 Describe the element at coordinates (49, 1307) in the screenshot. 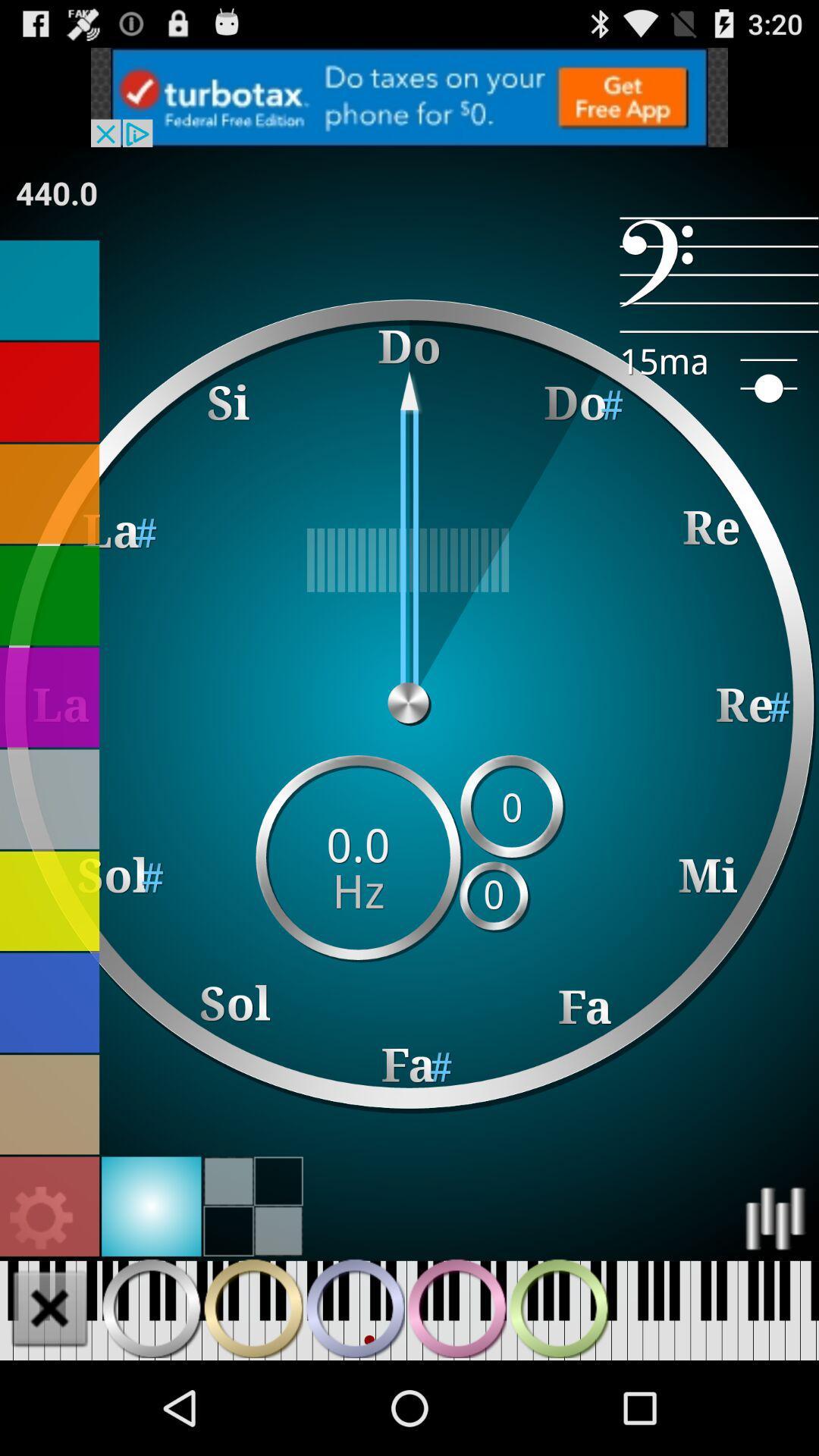

I see `keyboard` at that location.